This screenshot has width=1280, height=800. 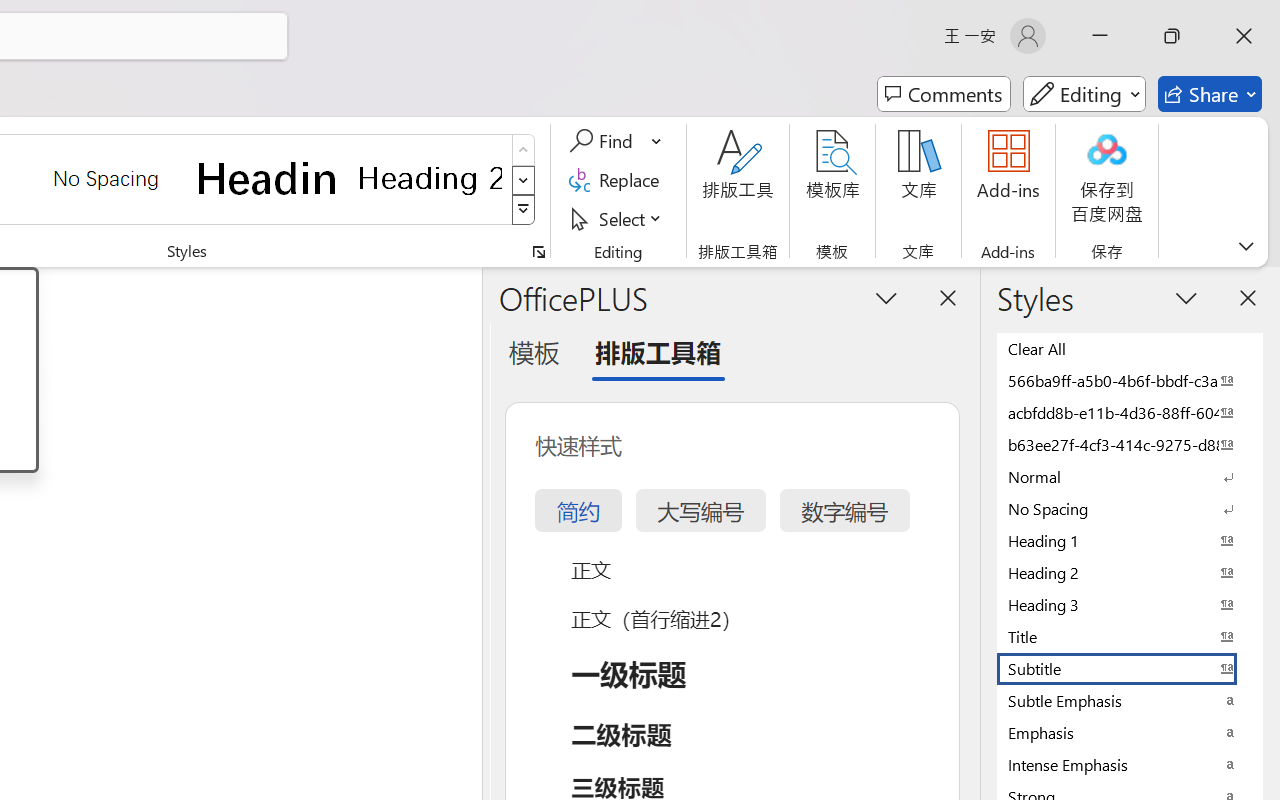 What do you see at coordinates (1172, 35) in the screenshot?
I see `'Restore Down'` at bounding box center [1172, 35].